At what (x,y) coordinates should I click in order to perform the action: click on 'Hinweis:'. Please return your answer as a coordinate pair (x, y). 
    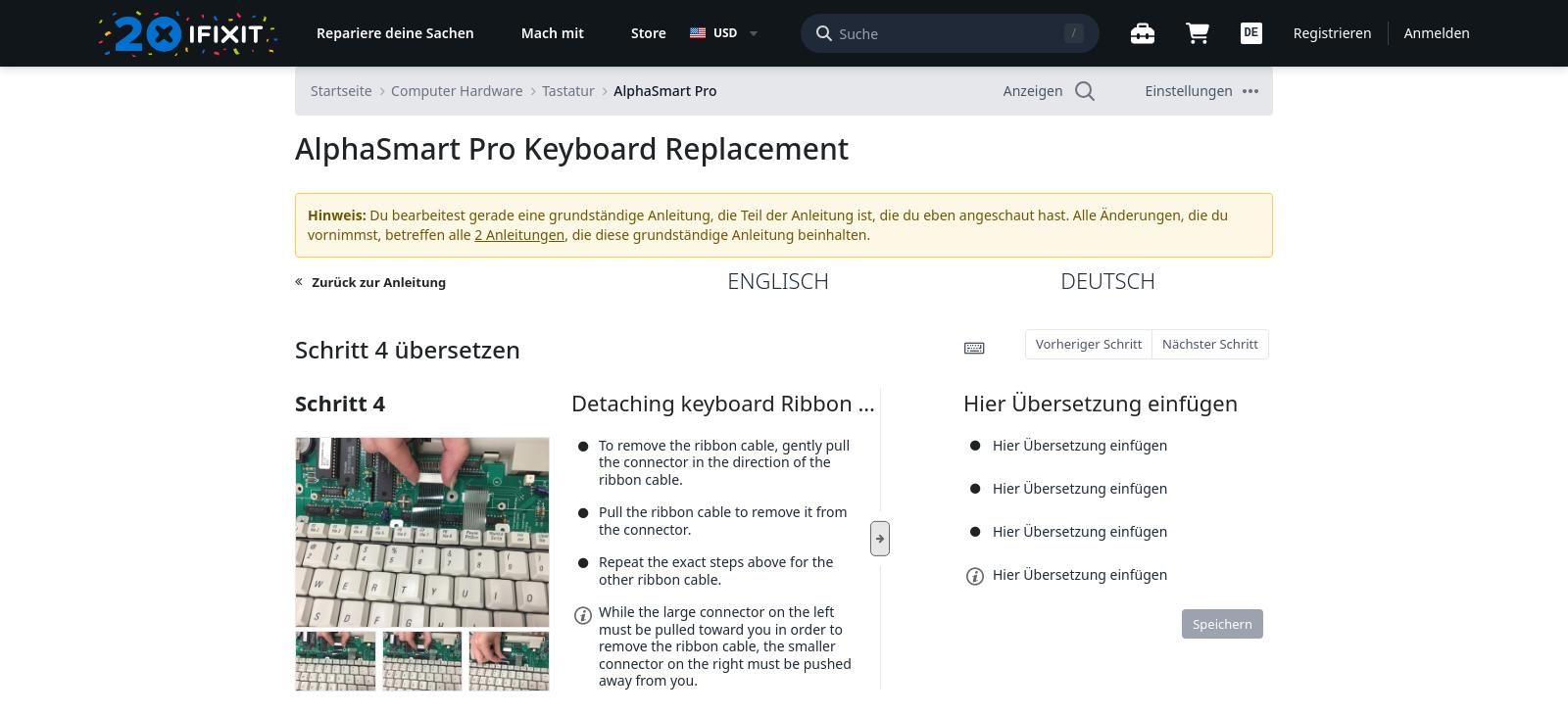
    Looking at the image, I should click on (336, 214).